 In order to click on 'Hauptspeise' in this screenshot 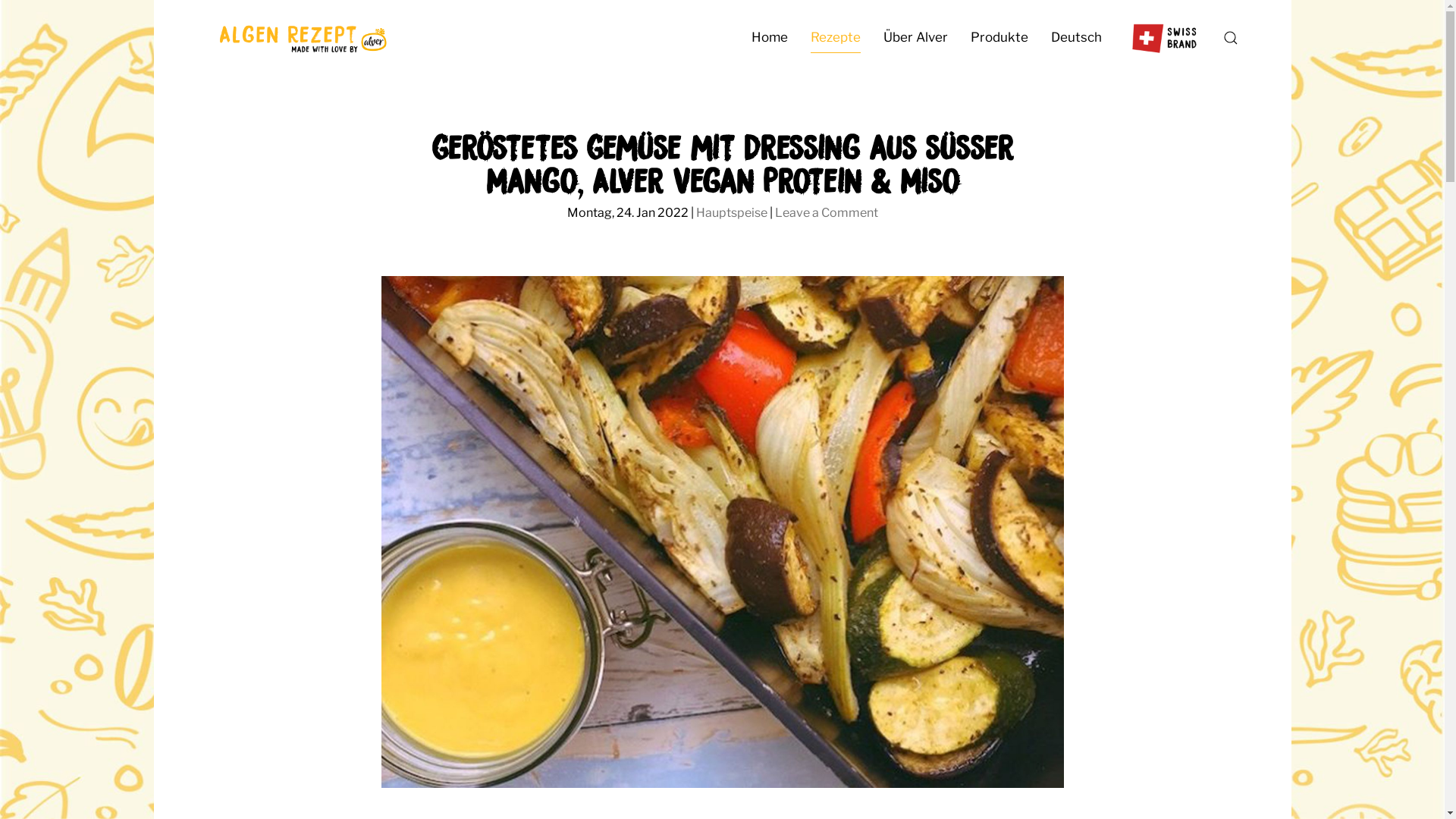, I will do `click(731, 212)`.